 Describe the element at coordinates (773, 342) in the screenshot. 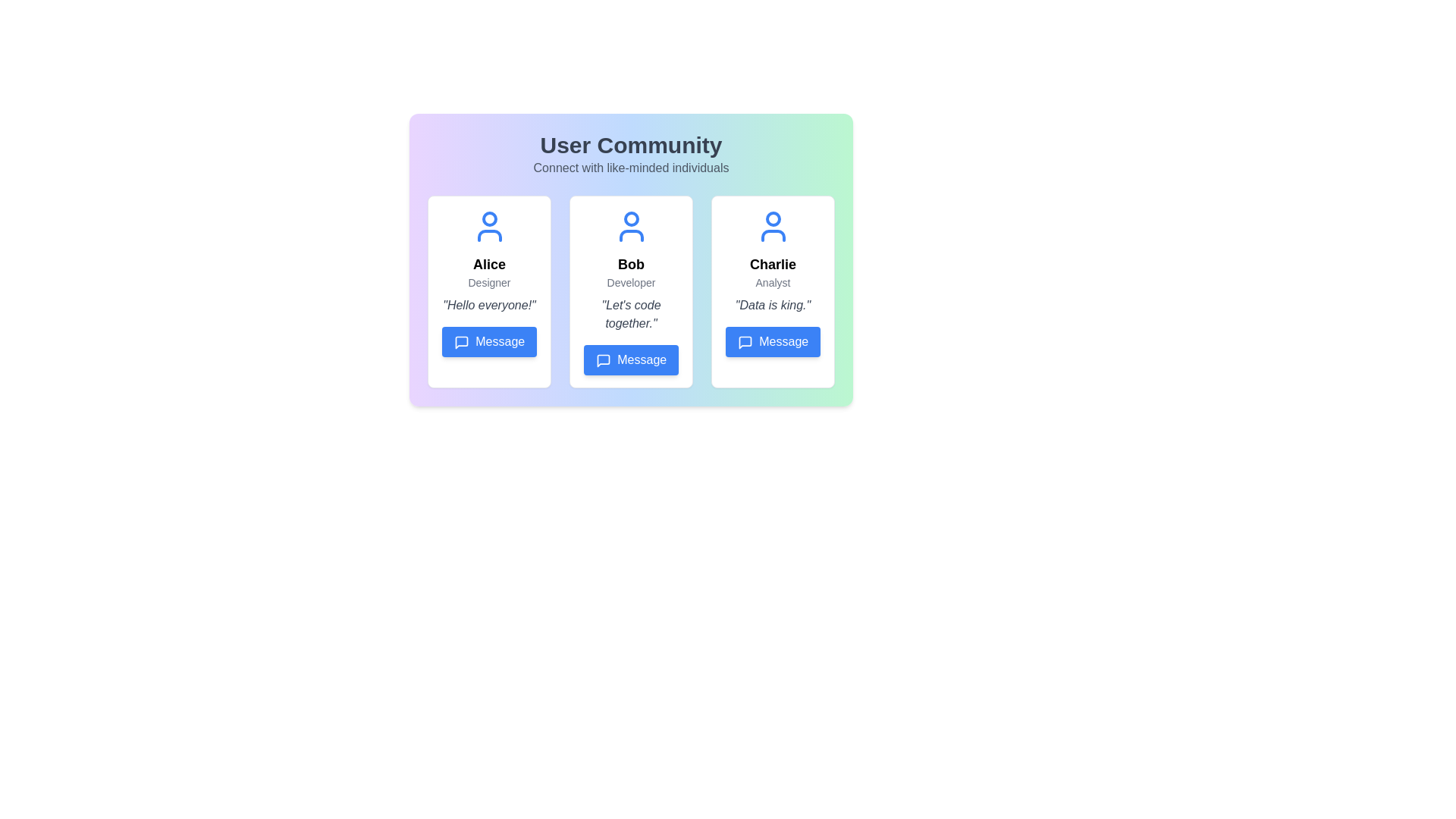

I see `the button with rounded corners, blue background, and white text reading 'Message' to initiate a message` at that location.